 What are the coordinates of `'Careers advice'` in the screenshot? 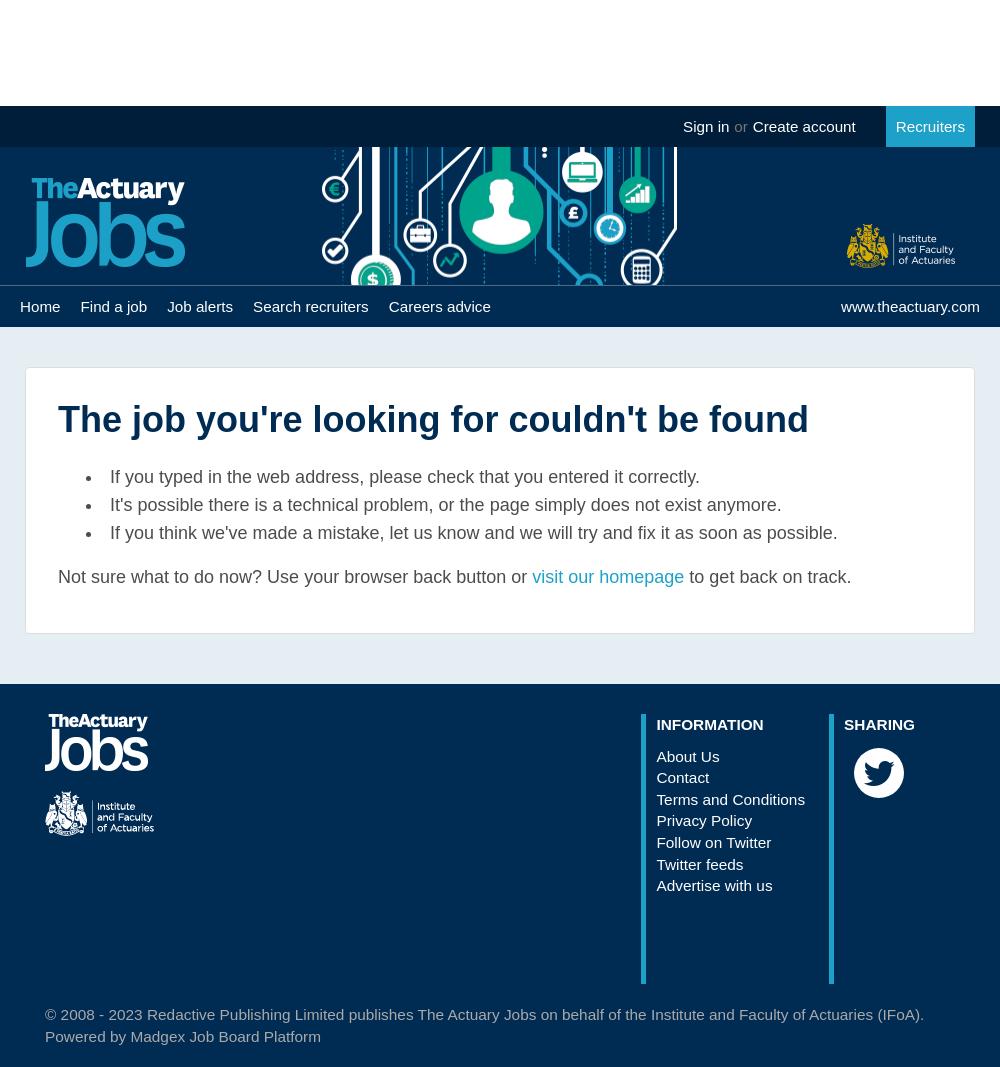 It's located at (388, 306).